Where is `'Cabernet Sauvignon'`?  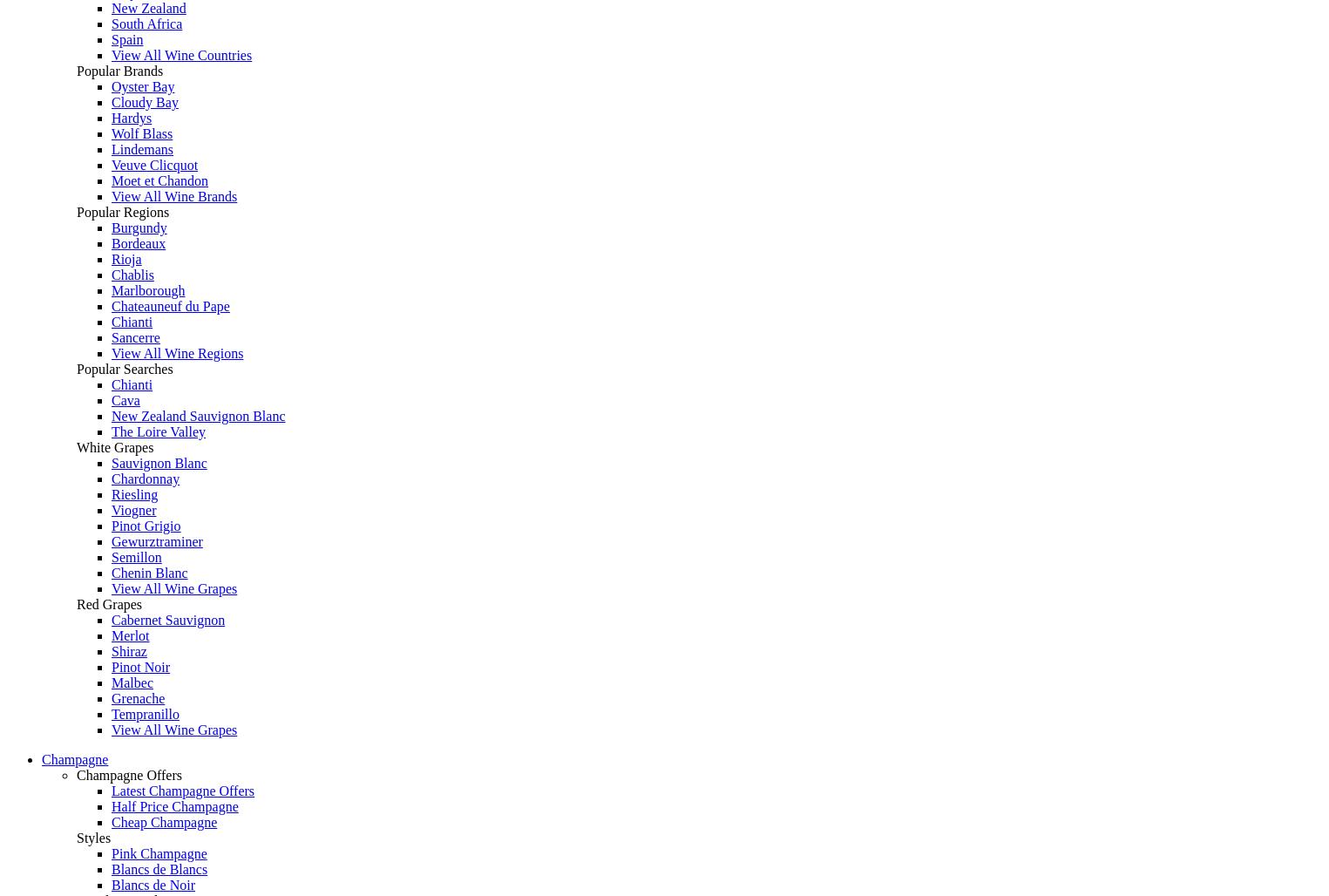
'Cabernet Sauvignon' is located at coordinates (168, 619).